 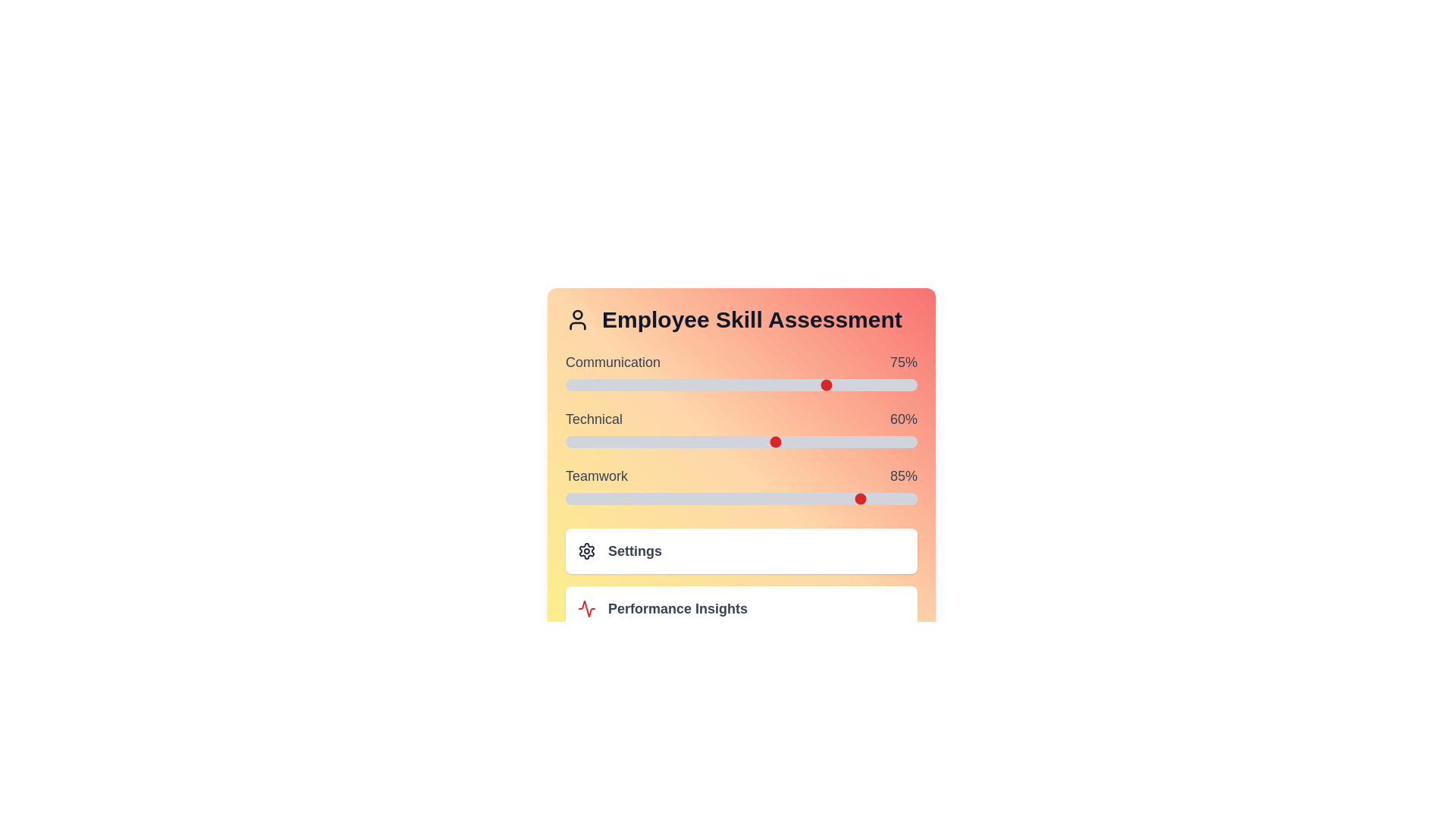 I want to click on the 1 slider to 58%, so click(x=945, y=441).